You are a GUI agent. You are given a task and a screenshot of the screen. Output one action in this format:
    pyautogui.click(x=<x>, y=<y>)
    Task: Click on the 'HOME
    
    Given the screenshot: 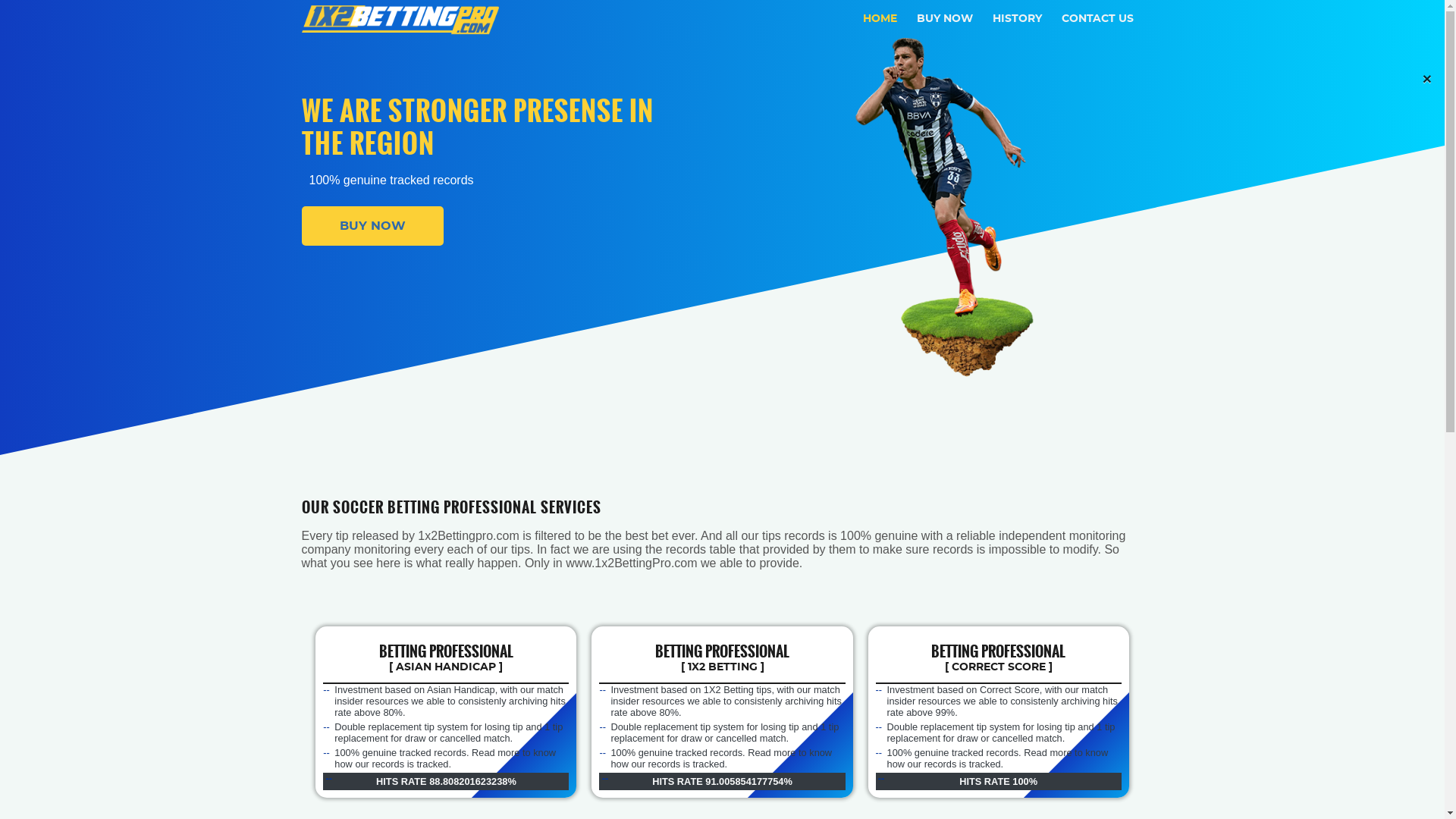 What is the action you would take?
    pyautogui.click(x=880, y=18)
    